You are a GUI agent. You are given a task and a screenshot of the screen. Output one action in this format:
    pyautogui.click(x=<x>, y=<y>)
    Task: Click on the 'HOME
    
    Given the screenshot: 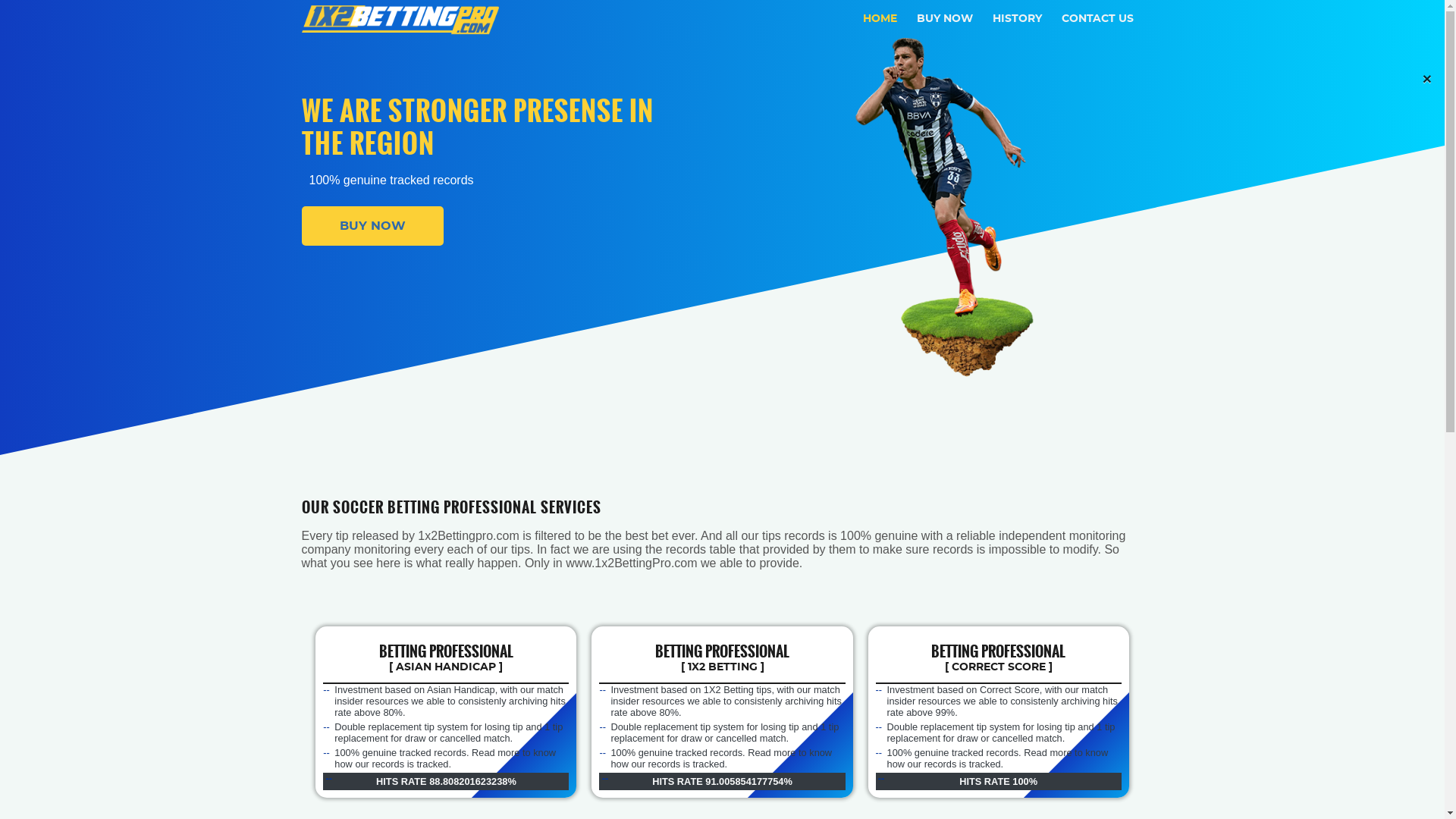 What is the action you would take?
    pyautogui.click(x=880, y=18)
    